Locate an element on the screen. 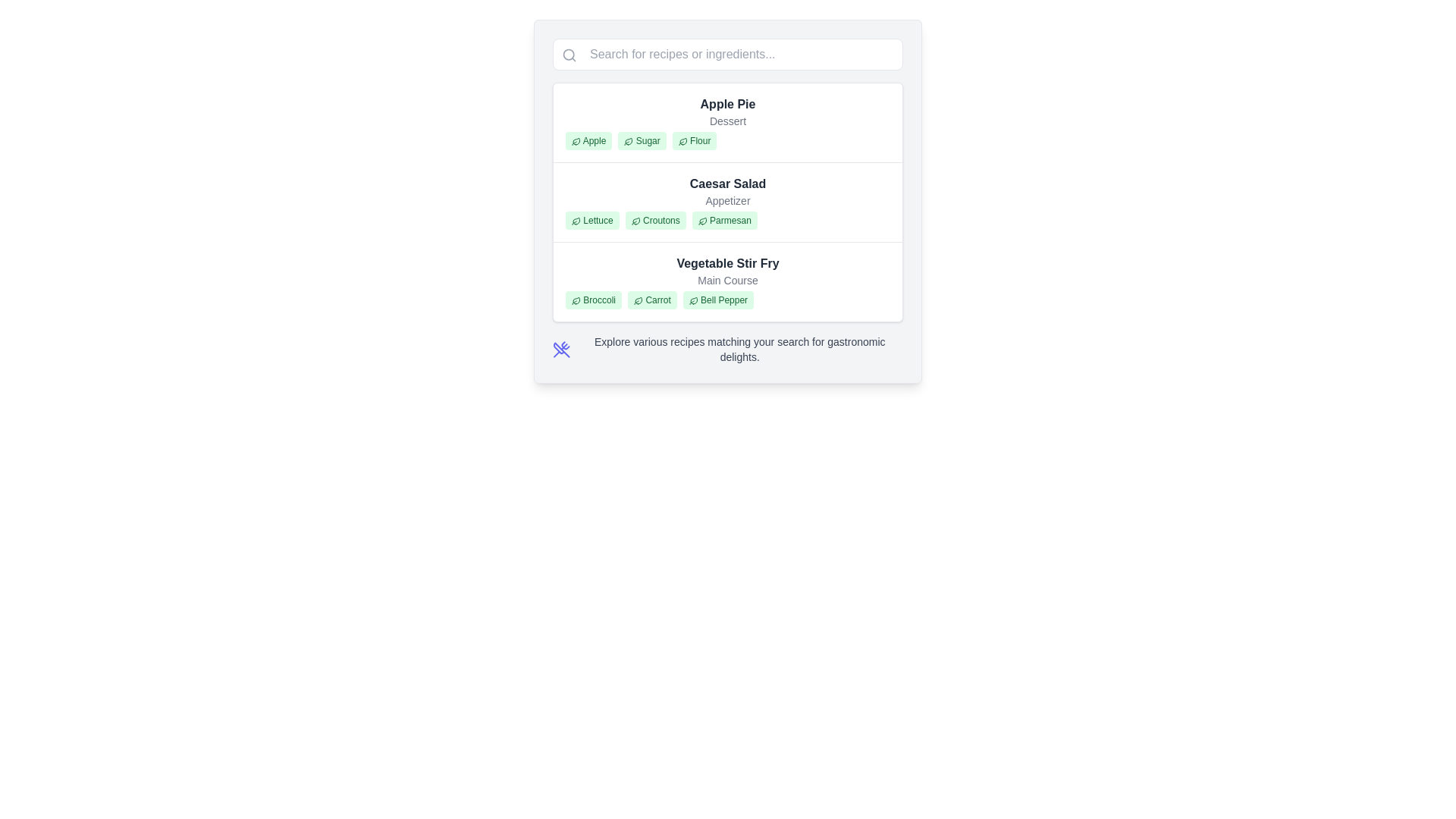 The height and width of the screenshot is (819, 1456). the tag group that visually highlights the ingredients associated with the 'Caesar Salad' entry, located below the 'Caesar Salad' title and above the 'Vegetable Stir Fry' entry is located at coordinates (728, 220).